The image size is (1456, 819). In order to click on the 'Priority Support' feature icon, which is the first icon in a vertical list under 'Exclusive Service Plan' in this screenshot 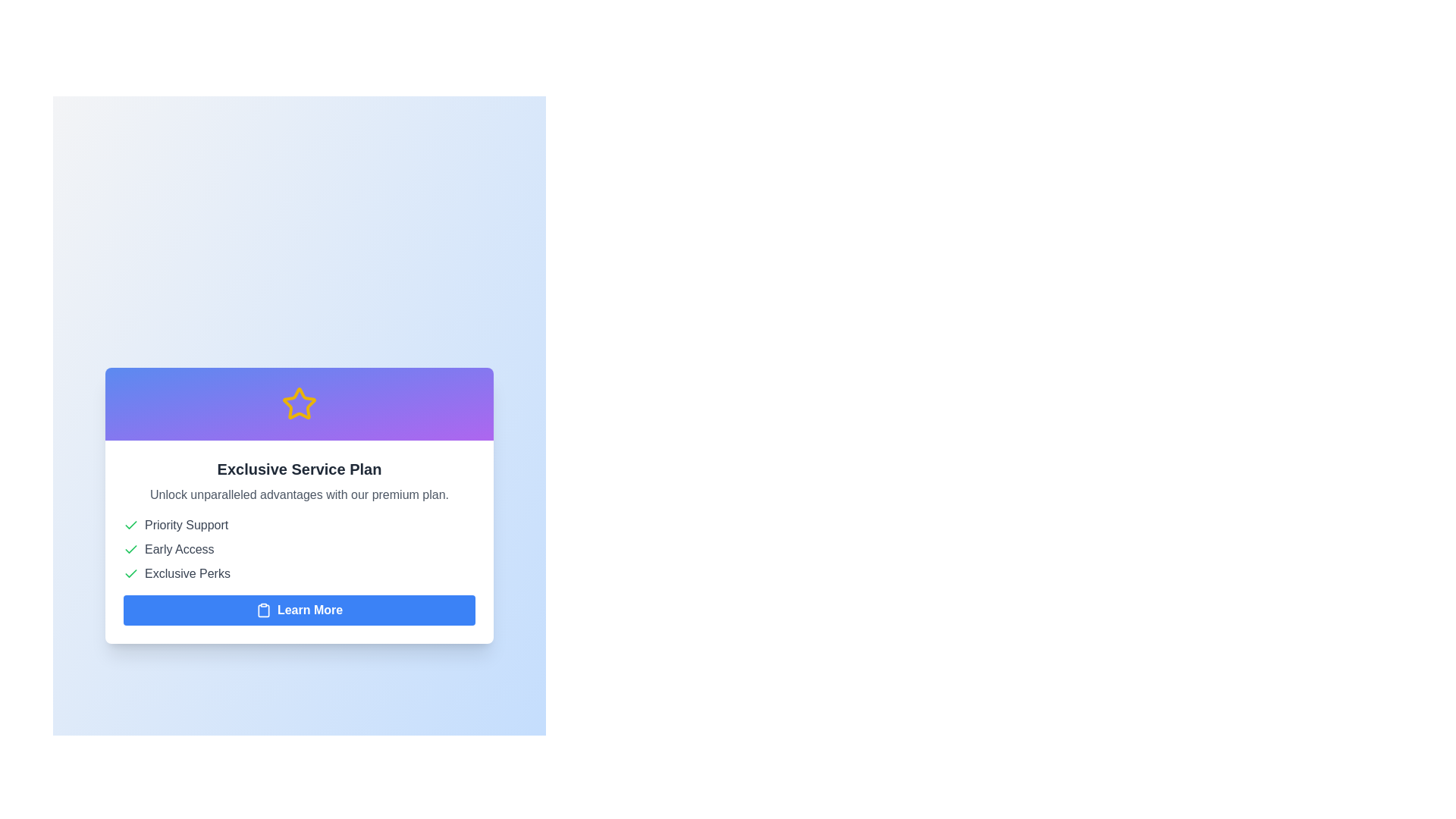, I will do `click(130, 525)`.